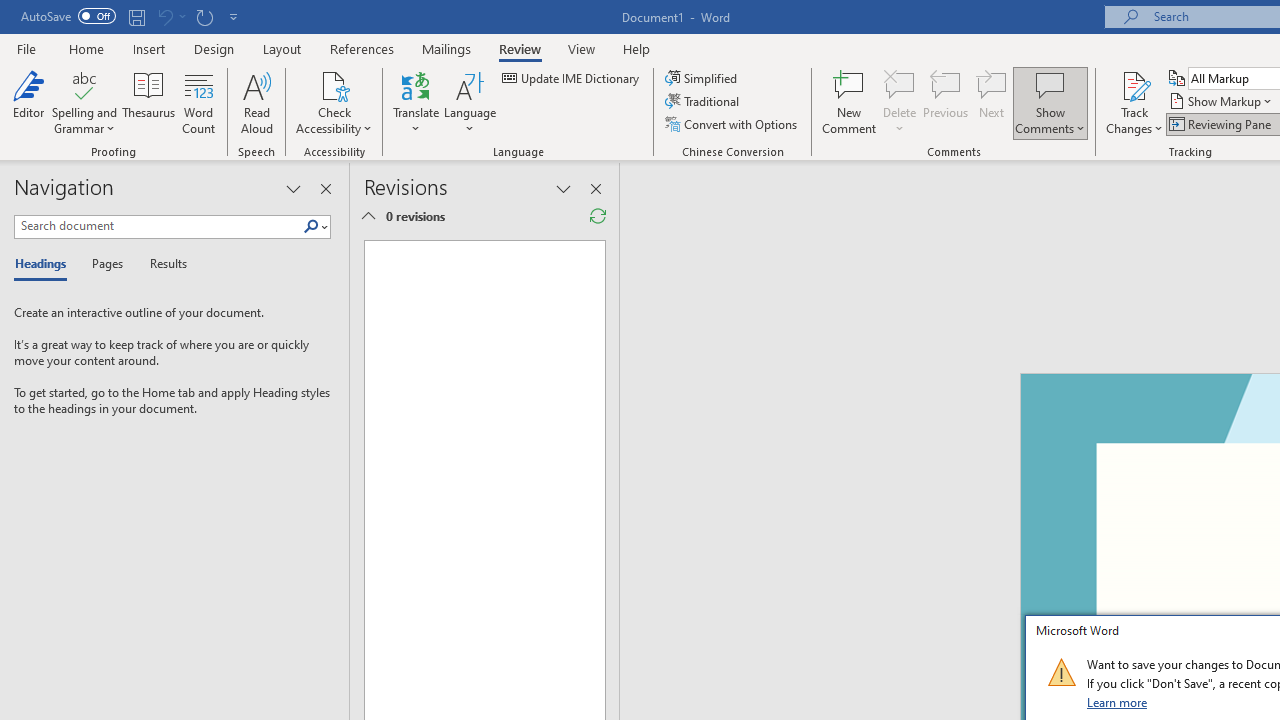 The image size is (1280, 720). Describe the element at coordinates (334, 103) in the screenshot. I see `'Check Accessibility'` at that location.